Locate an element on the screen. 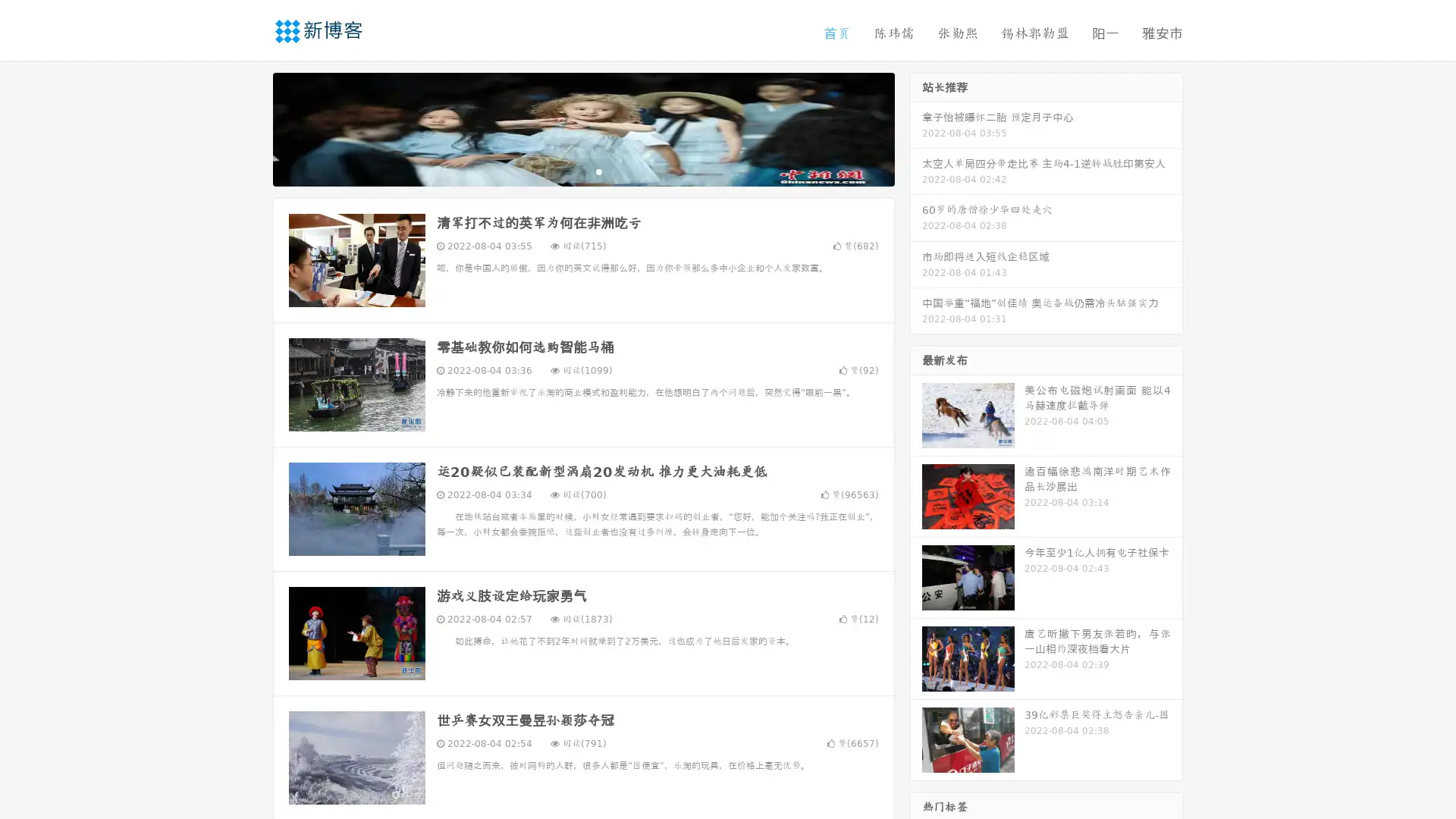 The width and height of the screenshot is (1456, 819). Go to slide 3 is located at coordinates (598, 171).